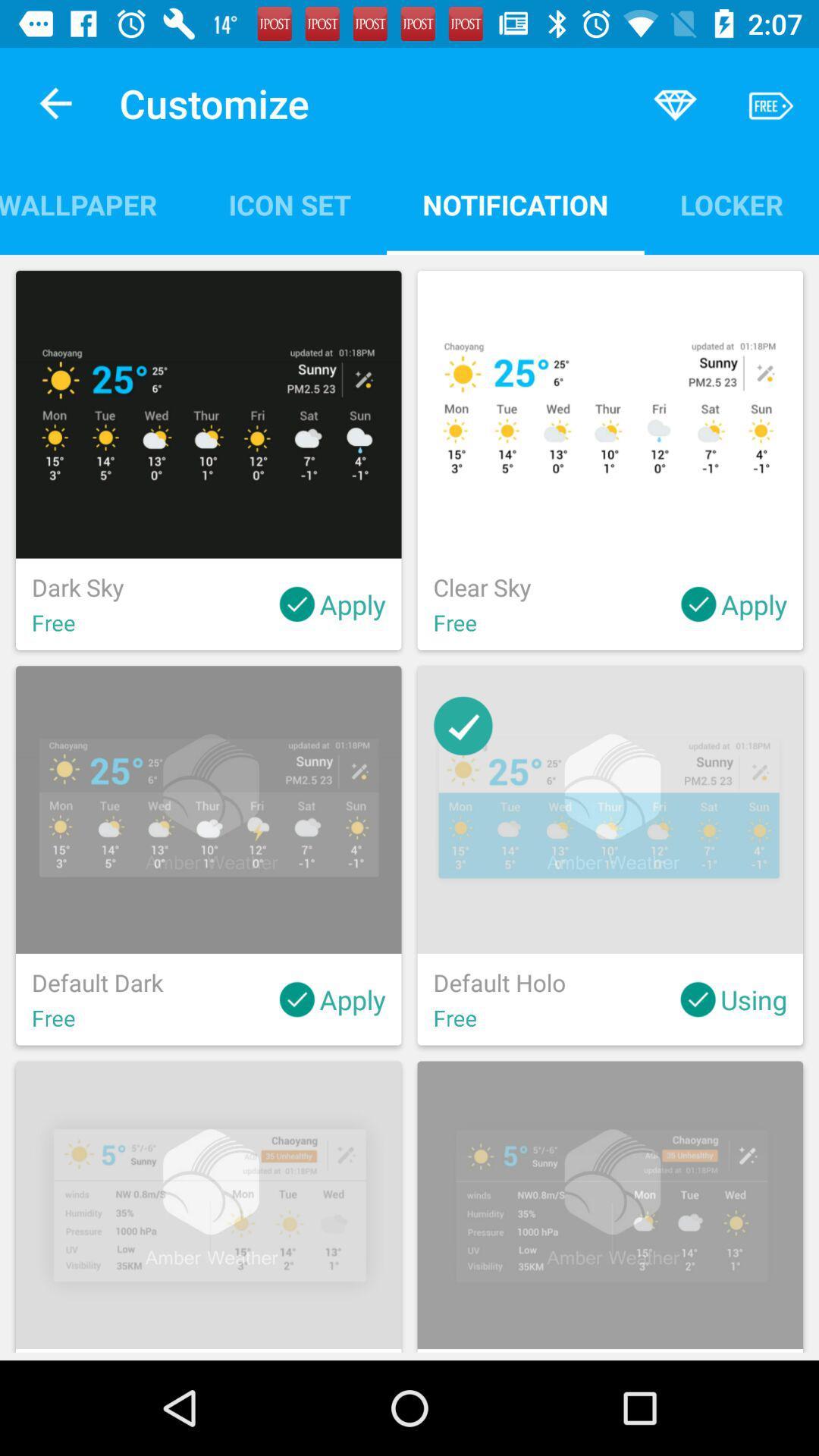 This screenshot has height=1456, width=819. Describe the element at coordinates (331, 603) in the screenshot. I see `apply right to dark sky` at that location.